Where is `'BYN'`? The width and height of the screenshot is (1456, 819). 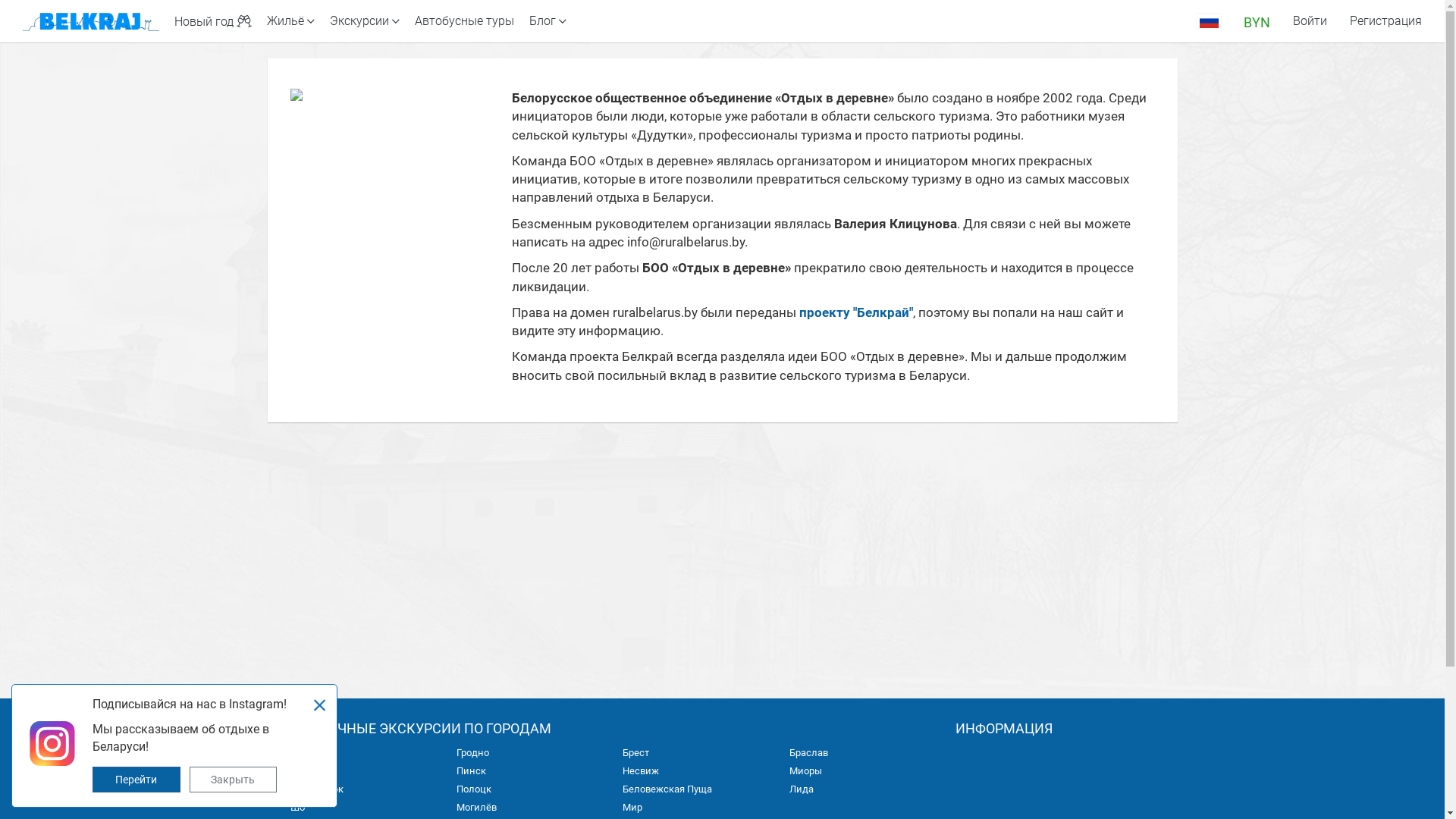 'BYN' is located at coordinates (1257, 20).